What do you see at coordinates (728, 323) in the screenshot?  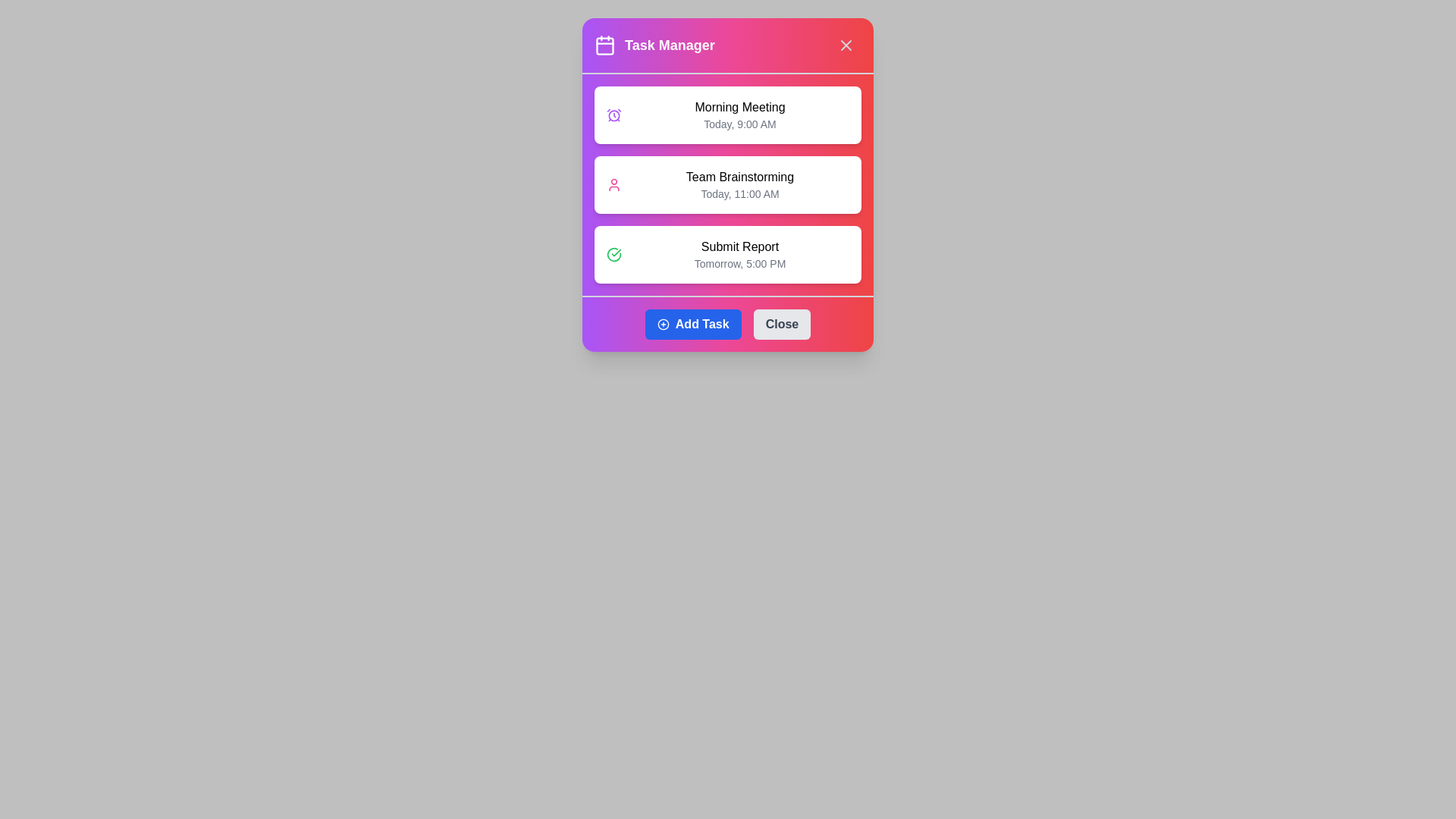 I see `the 'Add Task' button located in the bottom menu panel, which is the first button aligned to the left of the 'Close' button` at bounding box center [728, 323].